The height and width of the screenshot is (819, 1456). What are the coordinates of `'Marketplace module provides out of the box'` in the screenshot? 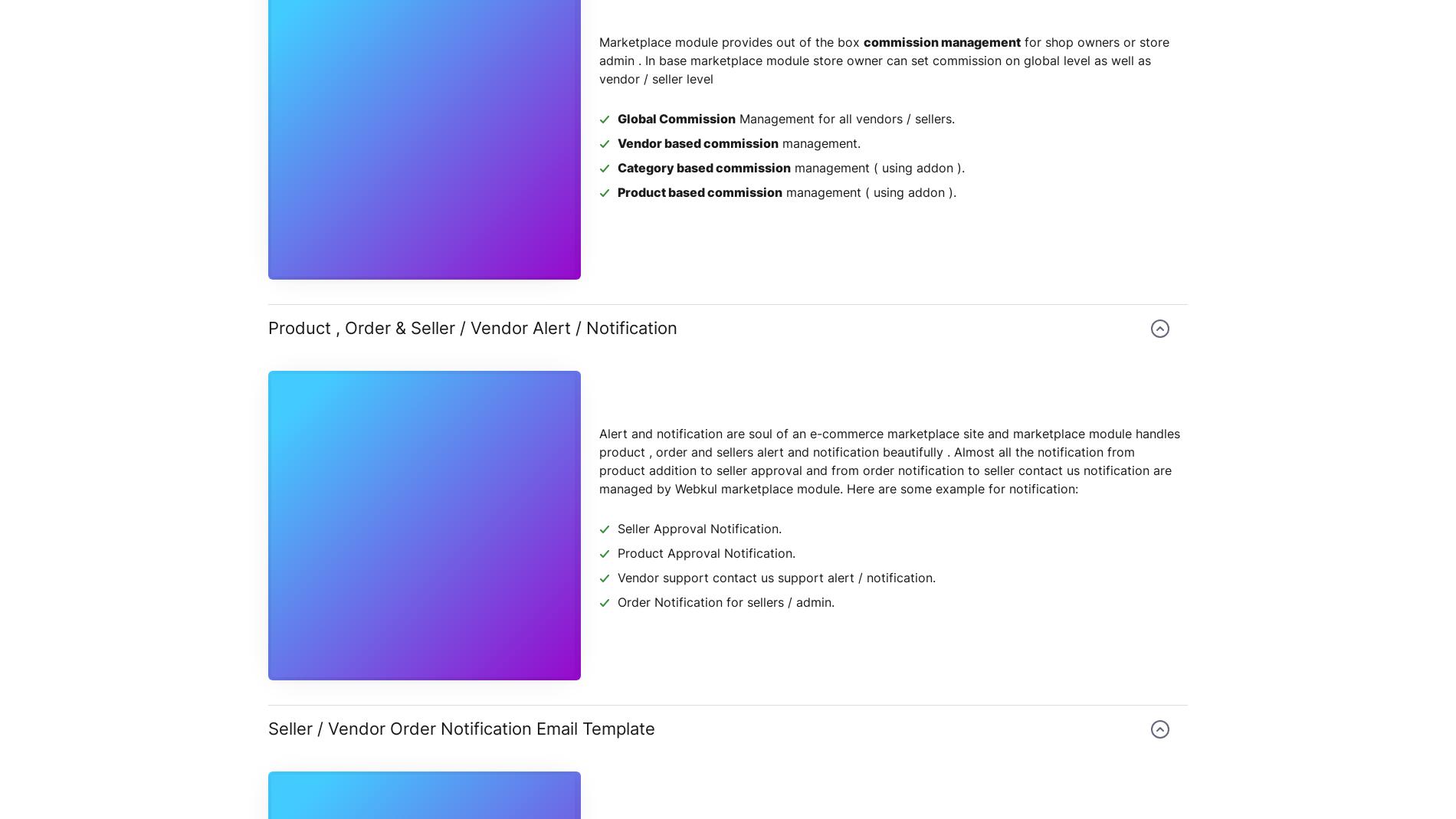 It's located at (731, 41).